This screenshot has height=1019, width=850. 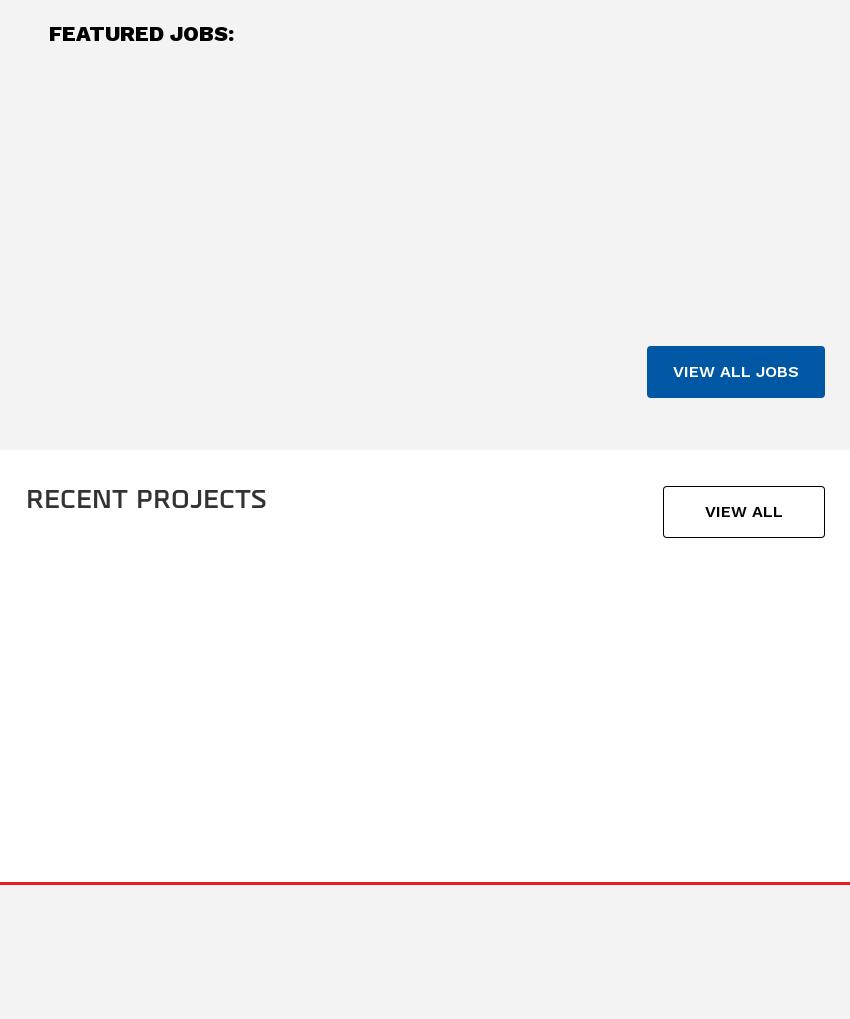 What do you see at coordinates (729, 740) in the screenshot?
I see `'Bio-Pharma Plant & Pipework »'` at bounding box center [729, 740].